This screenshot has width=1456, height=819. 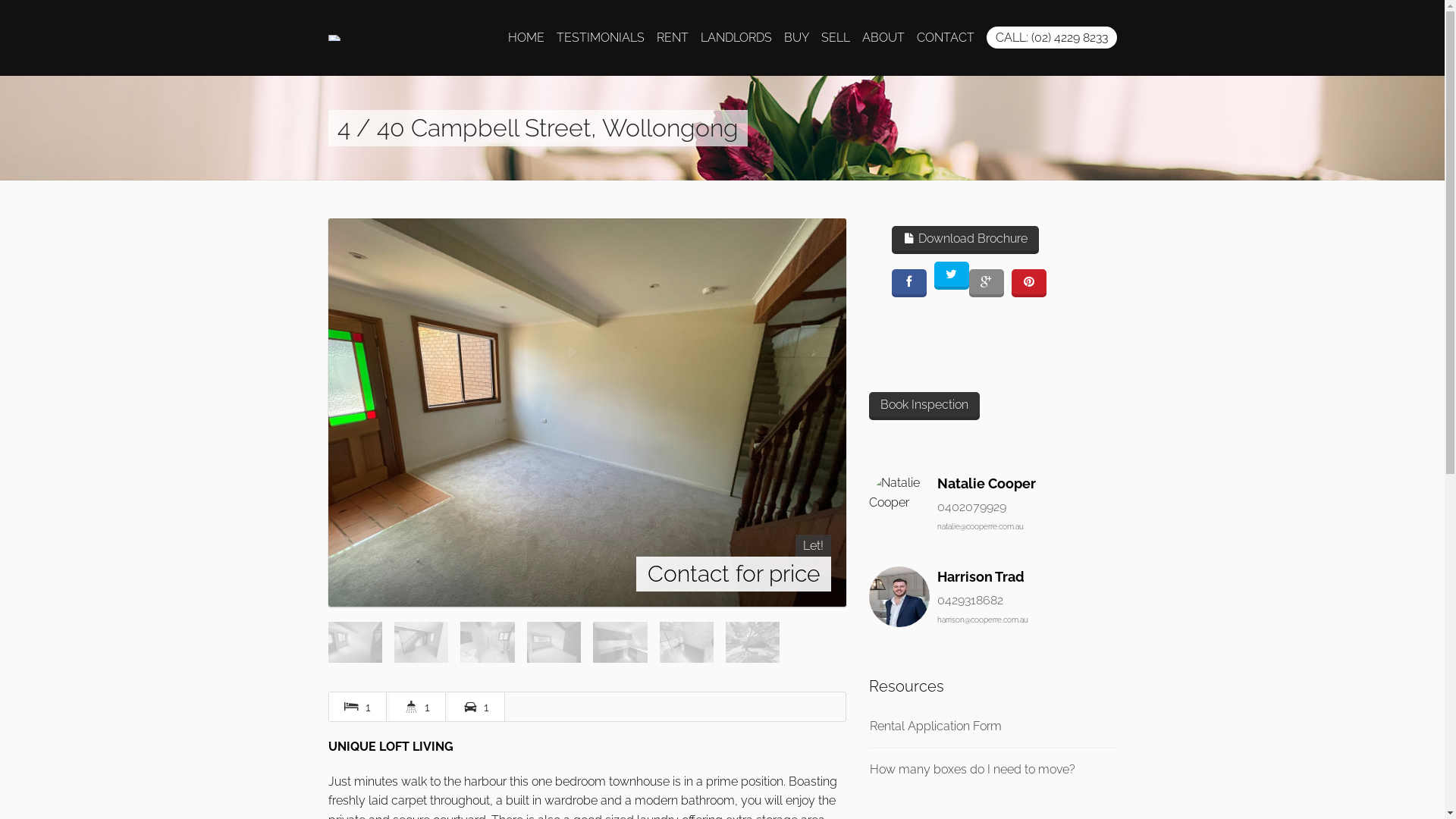 I want to click on 'HOME', so click(x=526, y=37).